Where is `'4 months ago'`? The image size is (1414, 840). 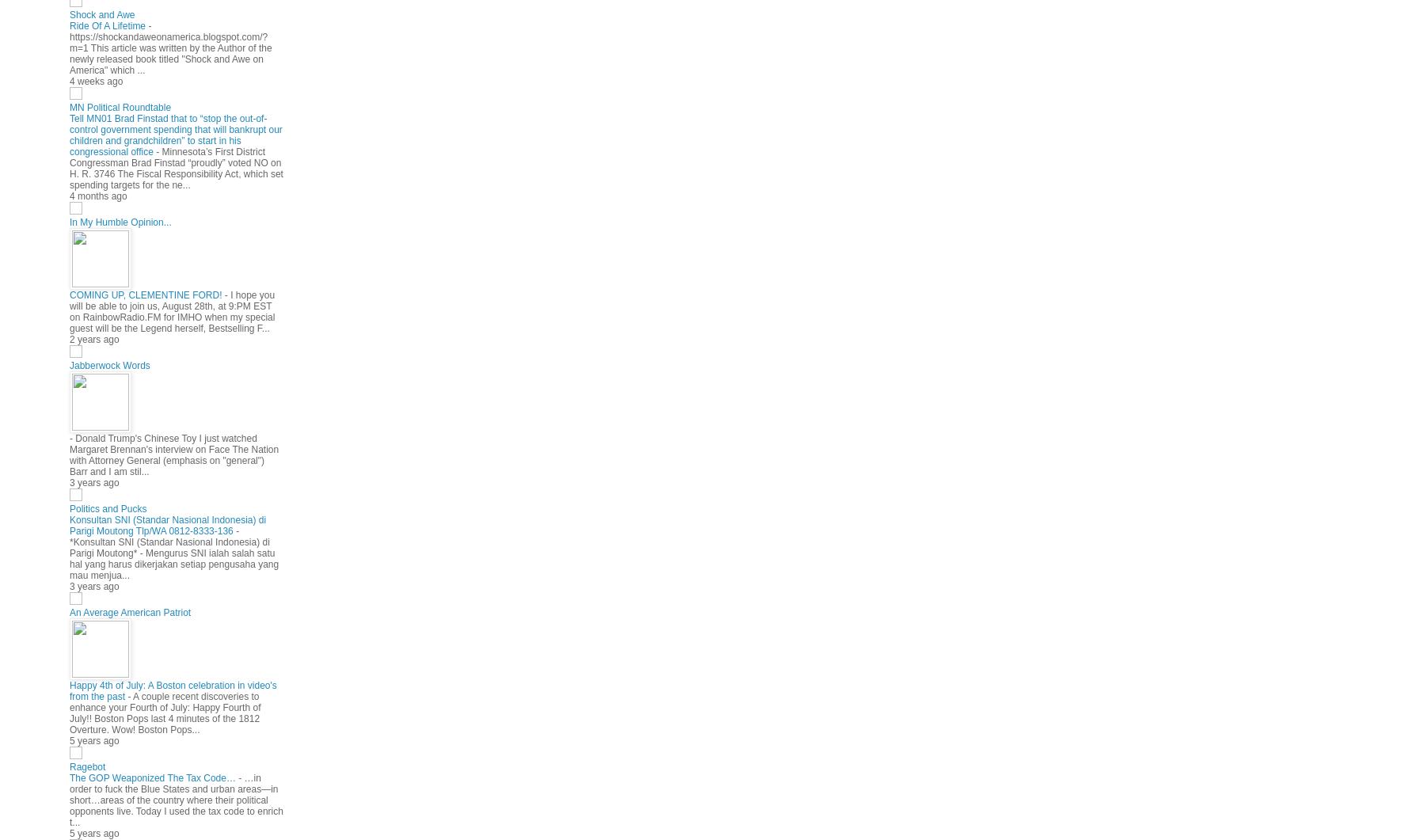 '4 months ago' is located at coordinates (97, 195).